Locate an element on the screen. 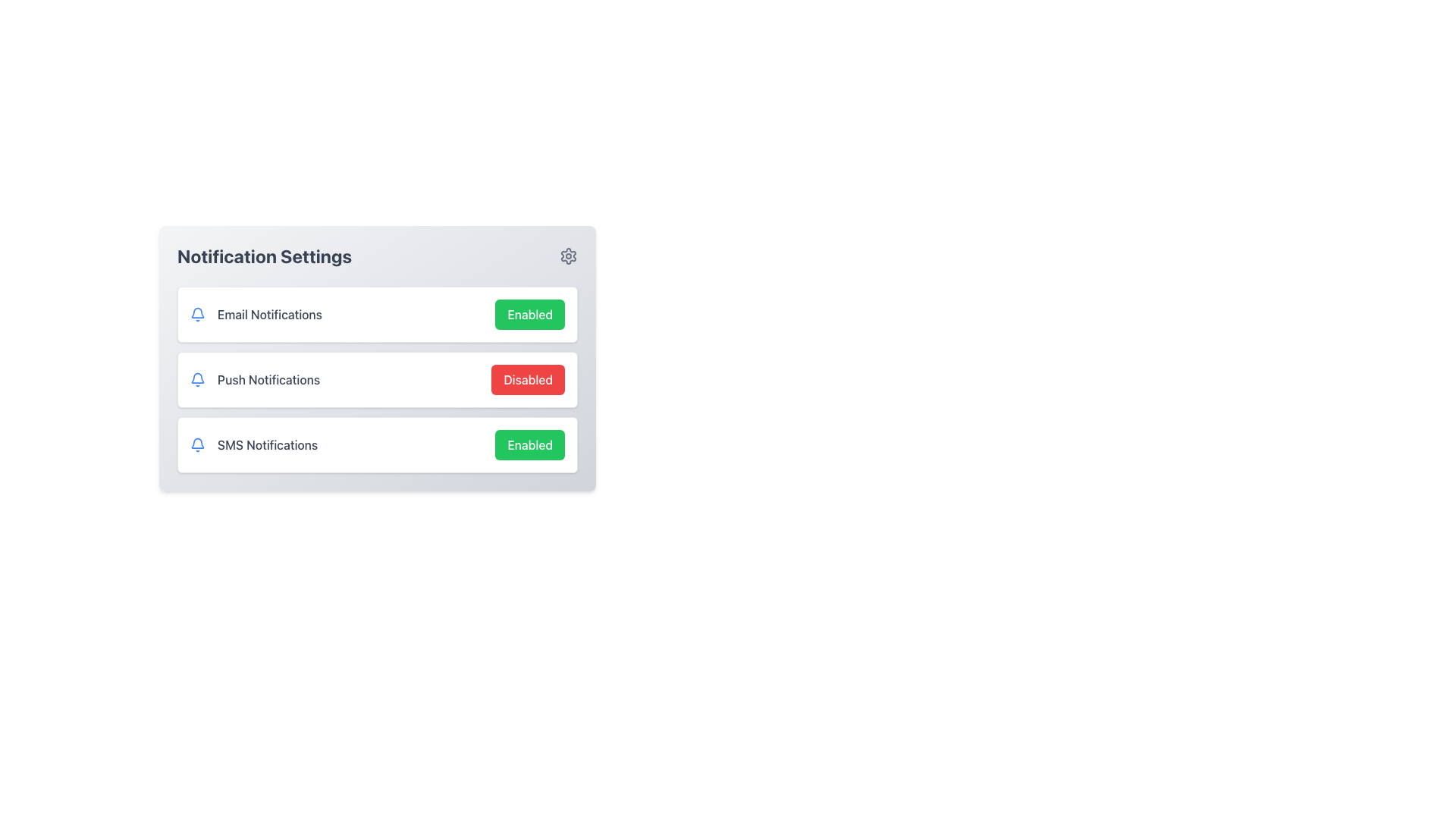 This screenshot has height=819, width=1456. the 'Push Notifications' text label, which displays a bell icon and is styled in medium-weight gray font, located between 'Email Notifications' and 'SMS Notifications' is located at coordinates (255, 379).